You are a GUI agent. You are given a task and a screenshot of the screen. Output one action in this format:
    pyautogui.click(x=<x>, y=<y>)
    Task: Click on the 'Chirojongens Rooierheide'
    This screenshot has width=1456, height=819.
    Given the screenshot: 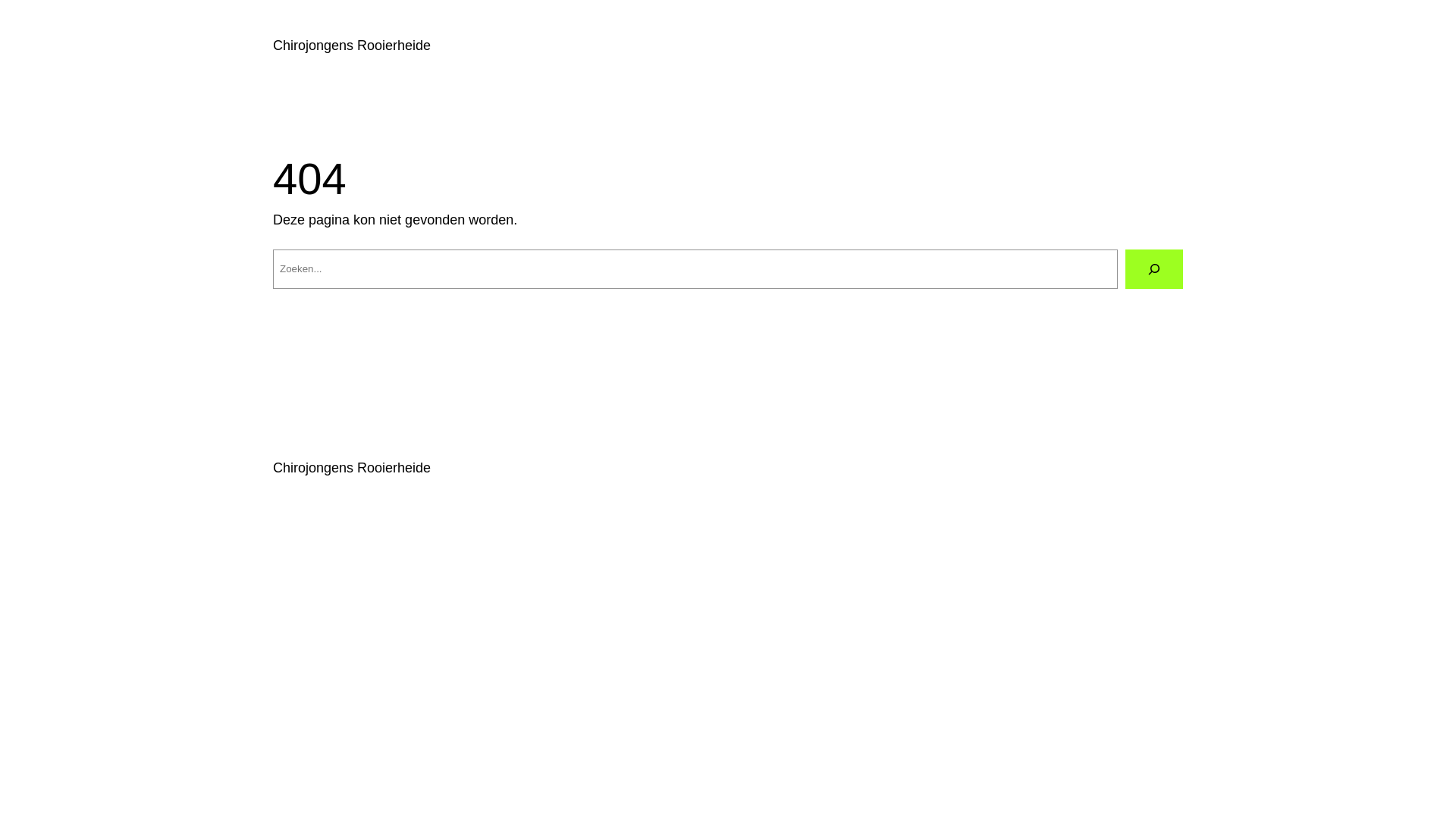 What is the action you would take?
    pyautogui.click(x=351, y=45)
    